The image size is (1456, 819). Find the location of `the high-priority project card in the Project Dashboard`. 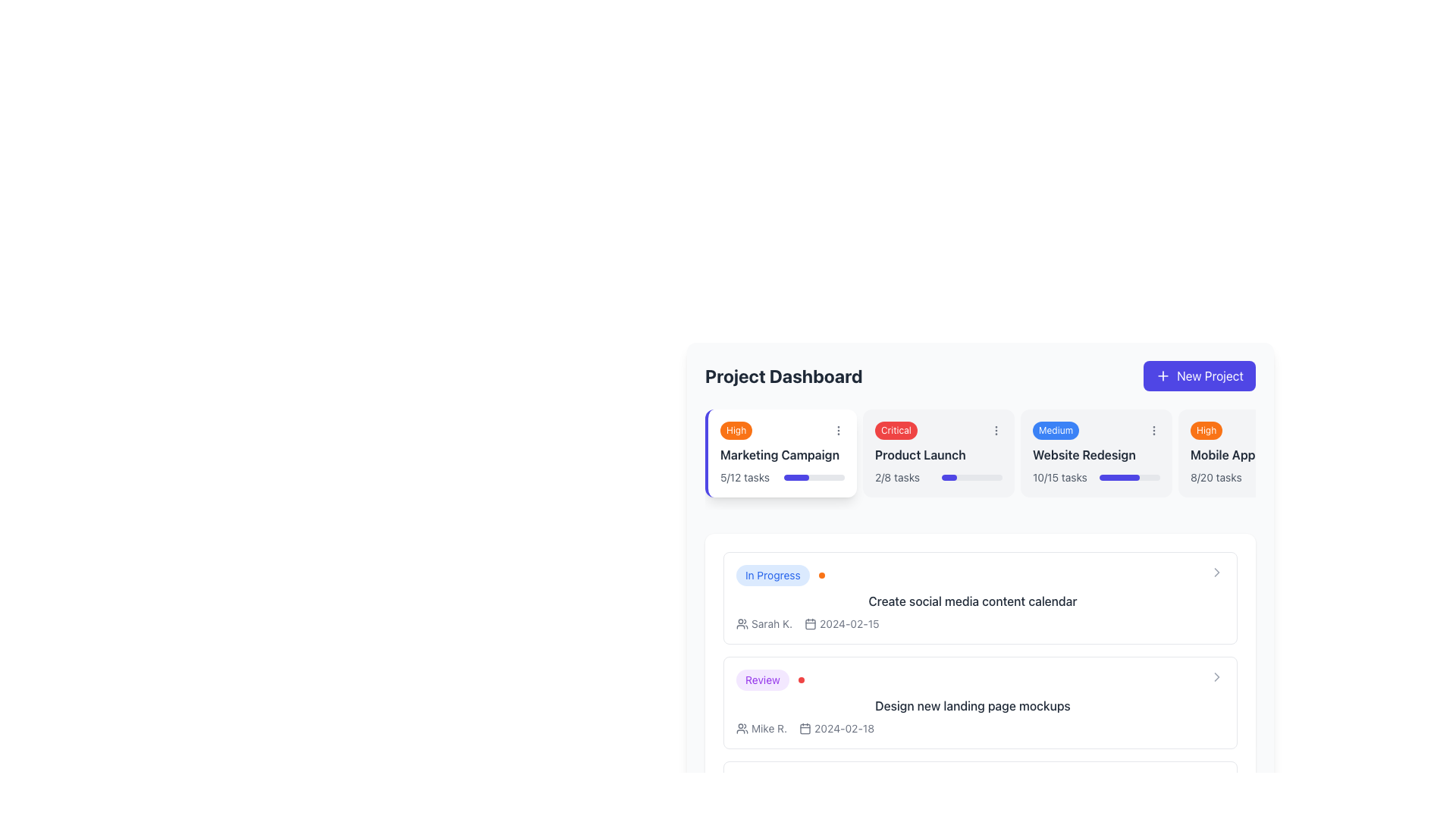

the high-priority project card in the Project Dashboard is located at coordinates (1254, 452).